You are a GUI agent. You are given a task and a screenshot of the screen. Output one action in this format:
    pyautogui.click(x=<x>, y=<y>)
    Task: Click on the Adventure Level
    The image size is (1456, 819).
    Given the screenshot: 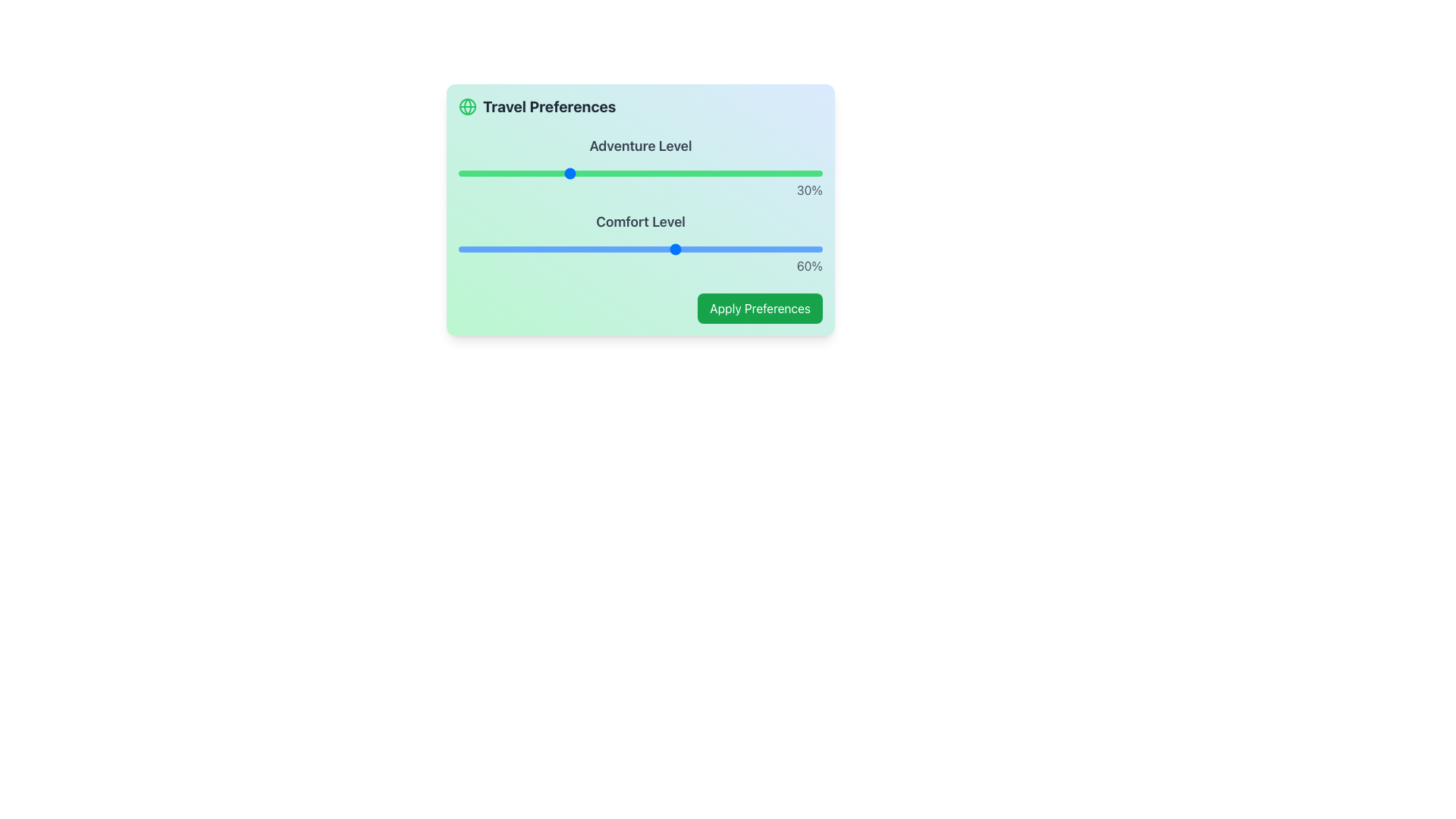 What is the action you would take?
    pyautogui.click(x=552, y=172)
    